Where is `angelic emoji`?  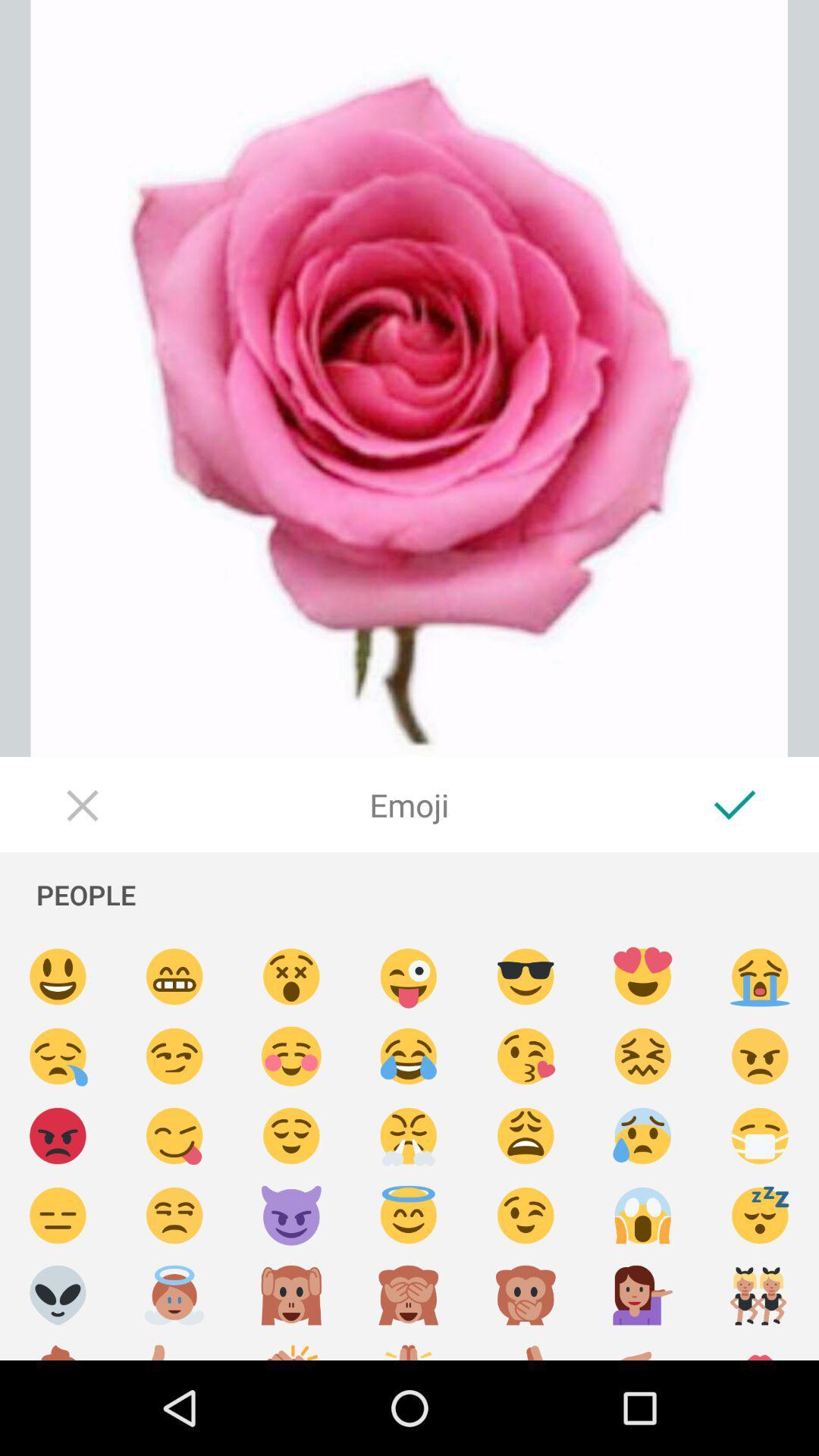 angelic emoji is located at coordinates (174, 1294).